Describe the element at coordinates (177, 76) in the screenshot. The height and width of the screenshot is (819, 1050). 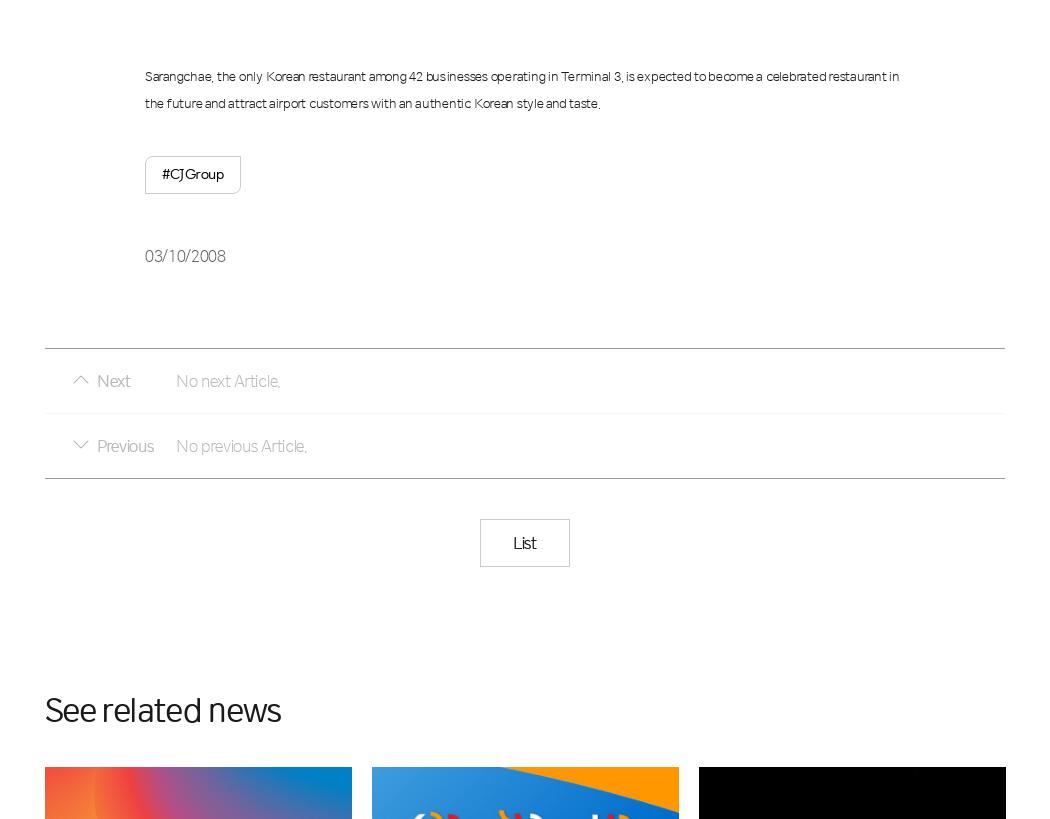
I see `'Sarangchae'` at that location.